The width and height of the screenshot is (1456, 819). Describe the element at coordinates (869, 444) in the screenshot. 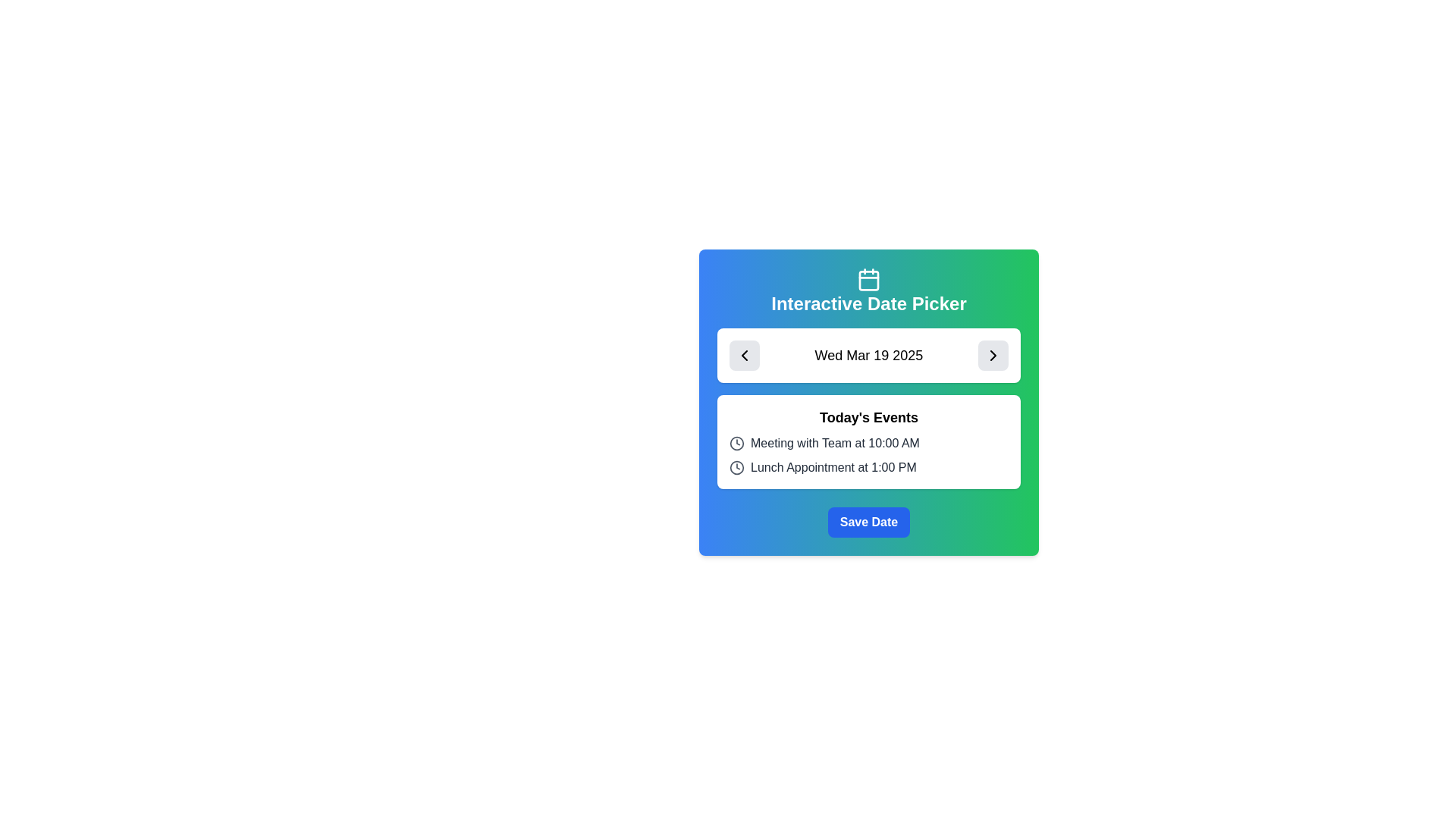

I see `the Text Label with Icon displaying the event scheduled for '10:00 AM', which is the first item in the 'Today's Events' list` at that location.